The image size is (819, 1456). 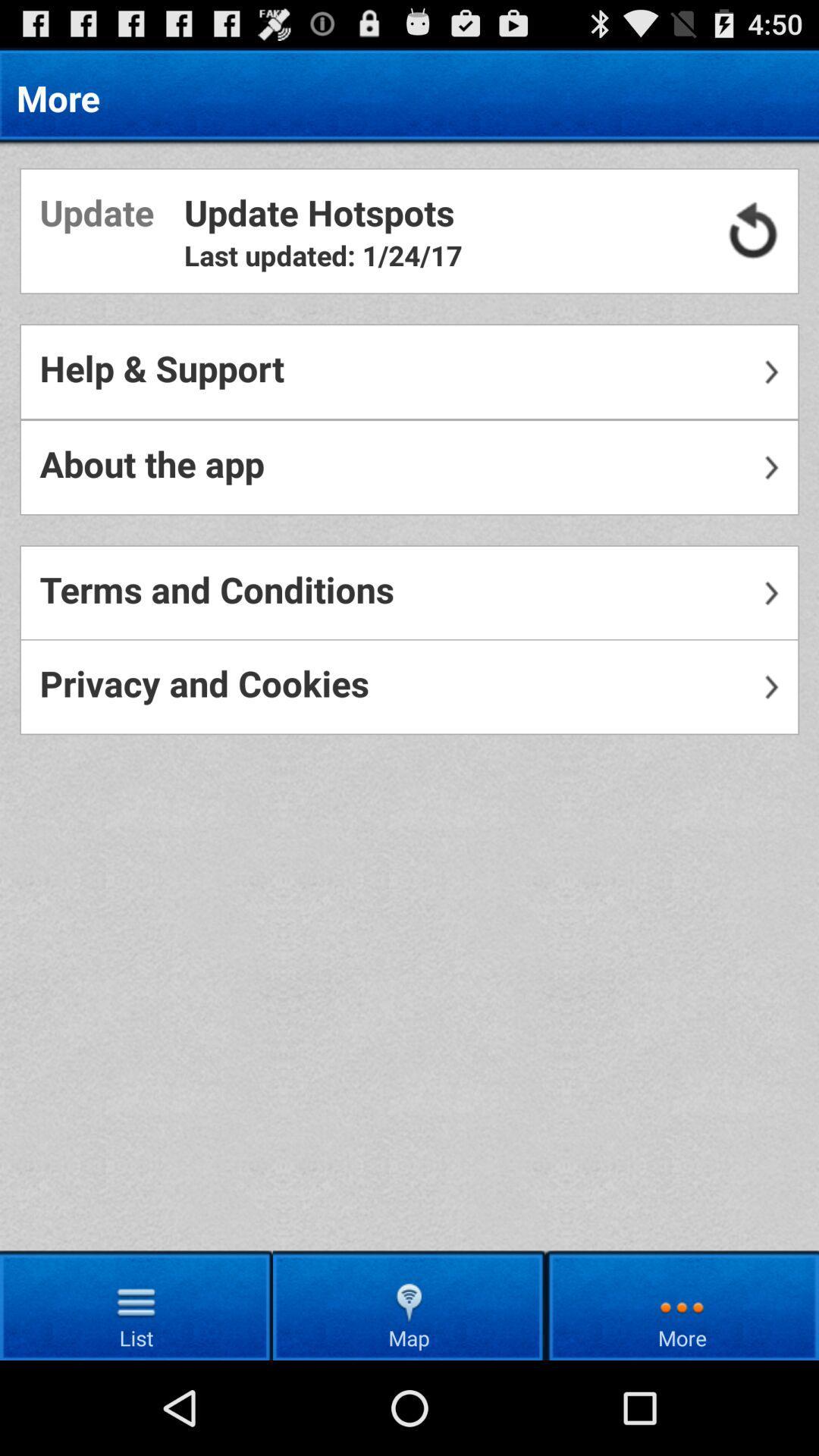 I want to click on privacy and cookies icon, so click(x=409, y=686).